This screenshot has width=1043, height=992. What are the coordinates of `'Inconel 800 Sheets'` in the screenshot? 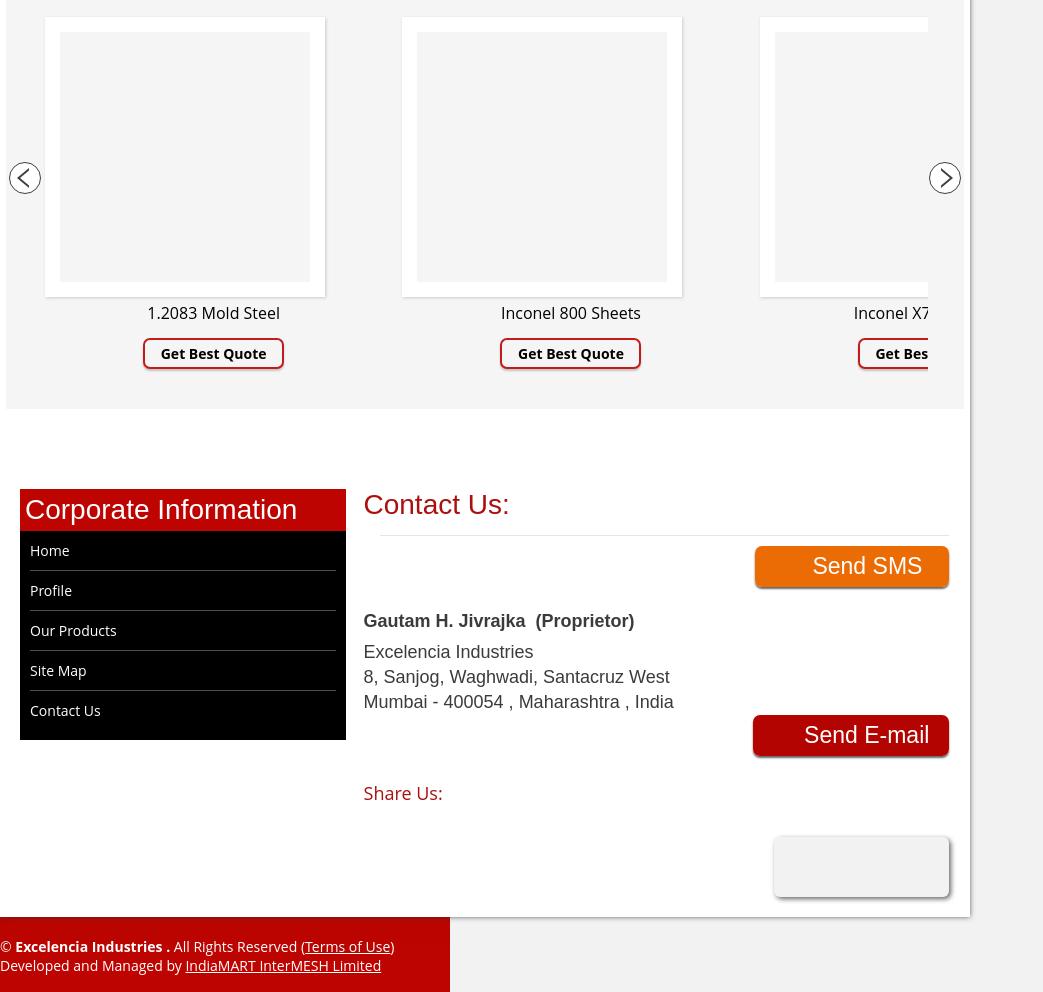 It's located at (569, 312).